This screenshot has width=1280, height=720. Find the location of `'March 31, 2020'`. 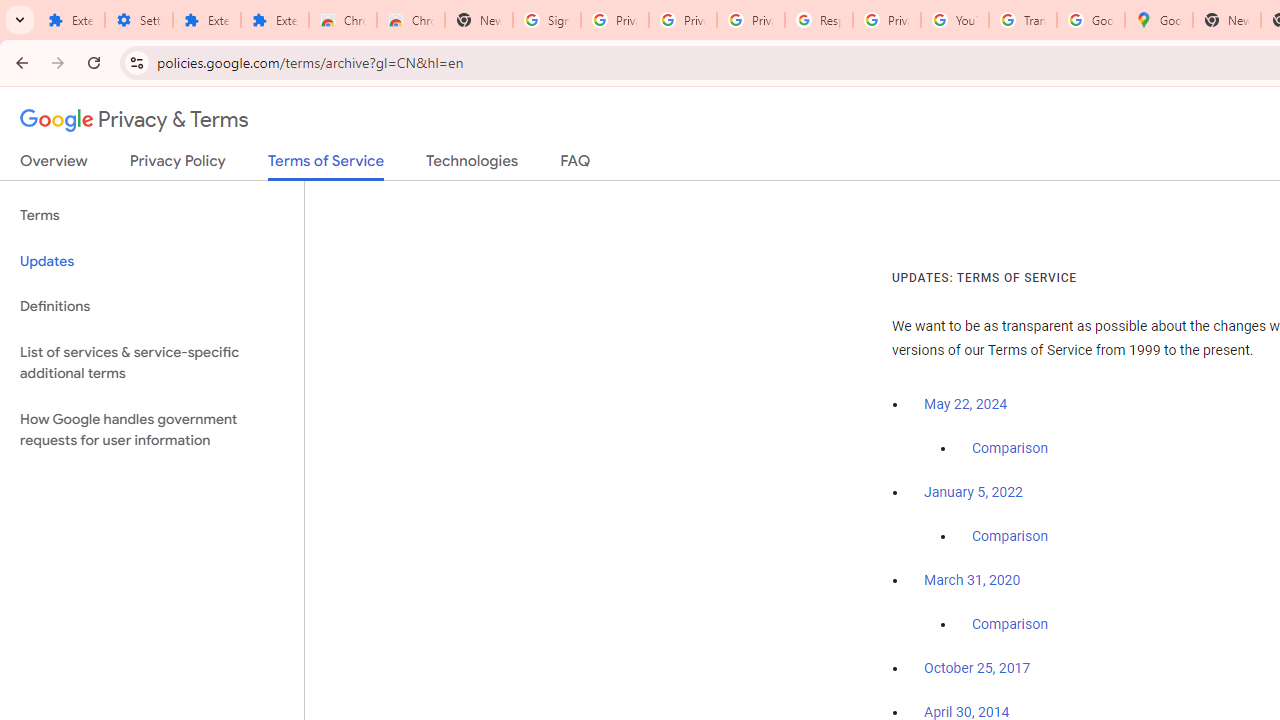

'March 31, 2020' is located at coordinates (972, 580).